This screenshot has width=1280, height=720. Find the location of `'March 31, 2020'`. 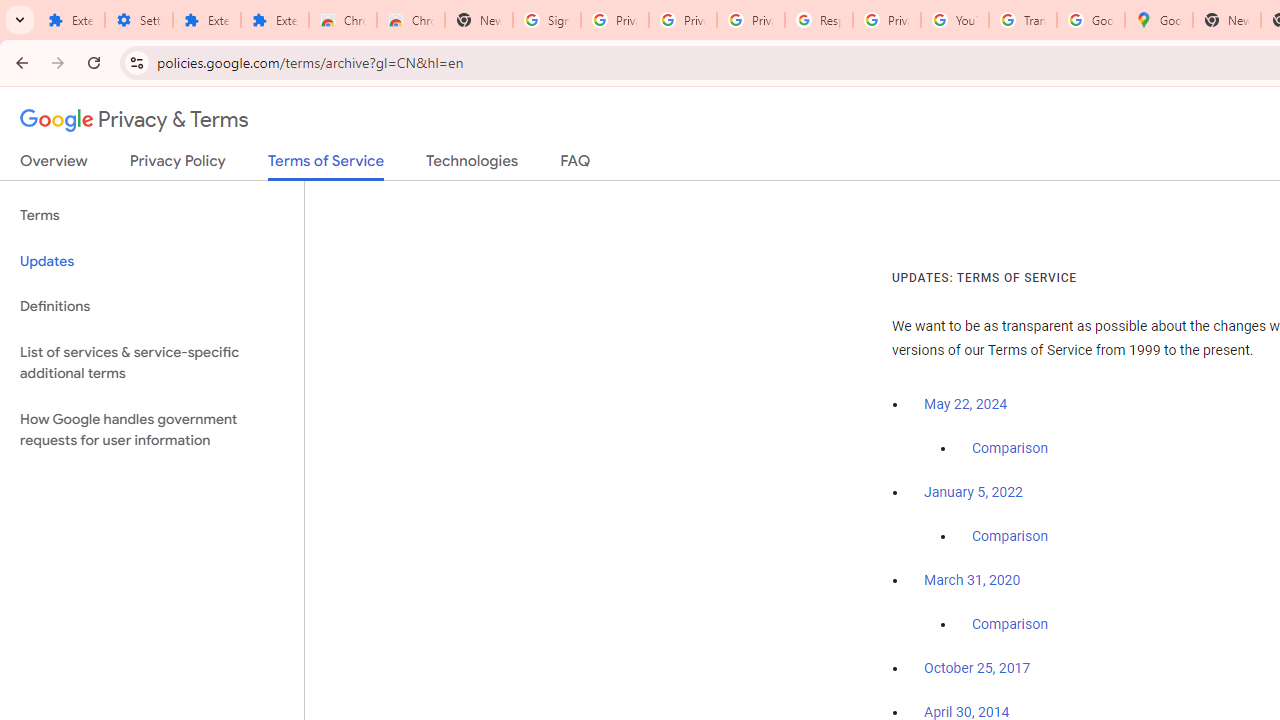

'March 31, 2020' is located at coordinates (972, 580).